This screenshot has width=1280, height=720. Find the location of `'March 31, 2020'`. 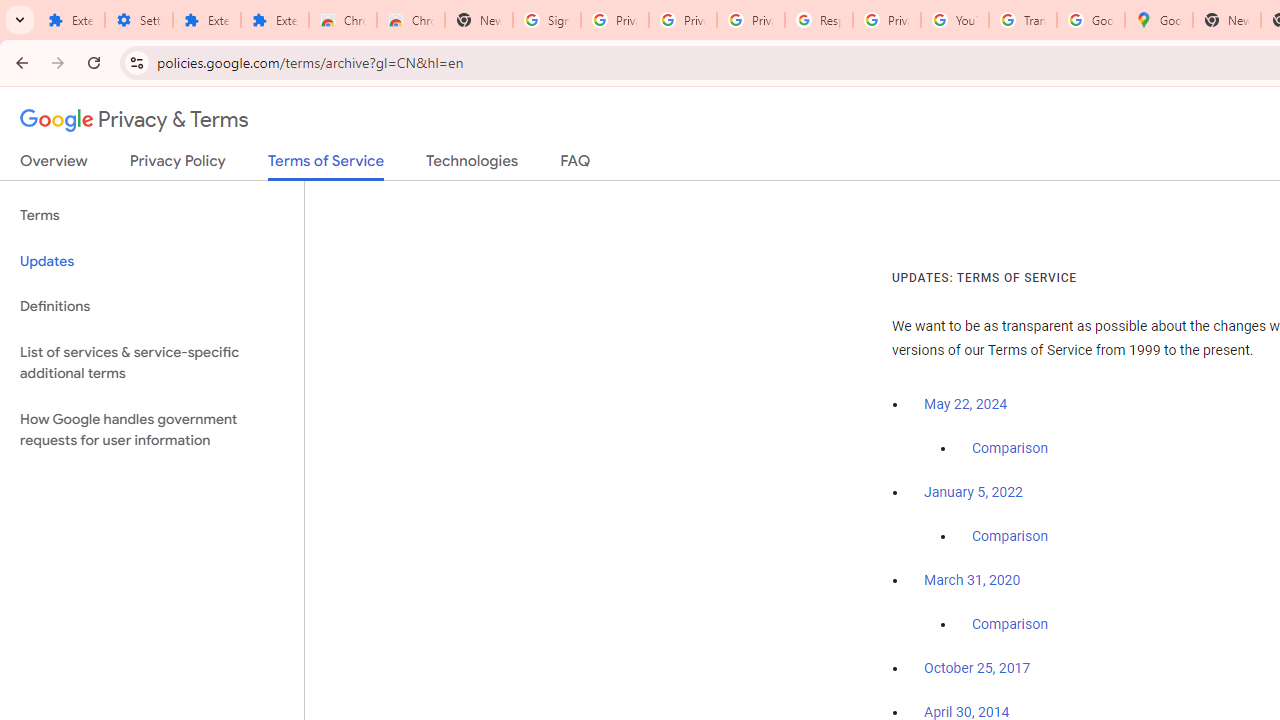

'March 31, 2020' is located at coordinates (972, 580).